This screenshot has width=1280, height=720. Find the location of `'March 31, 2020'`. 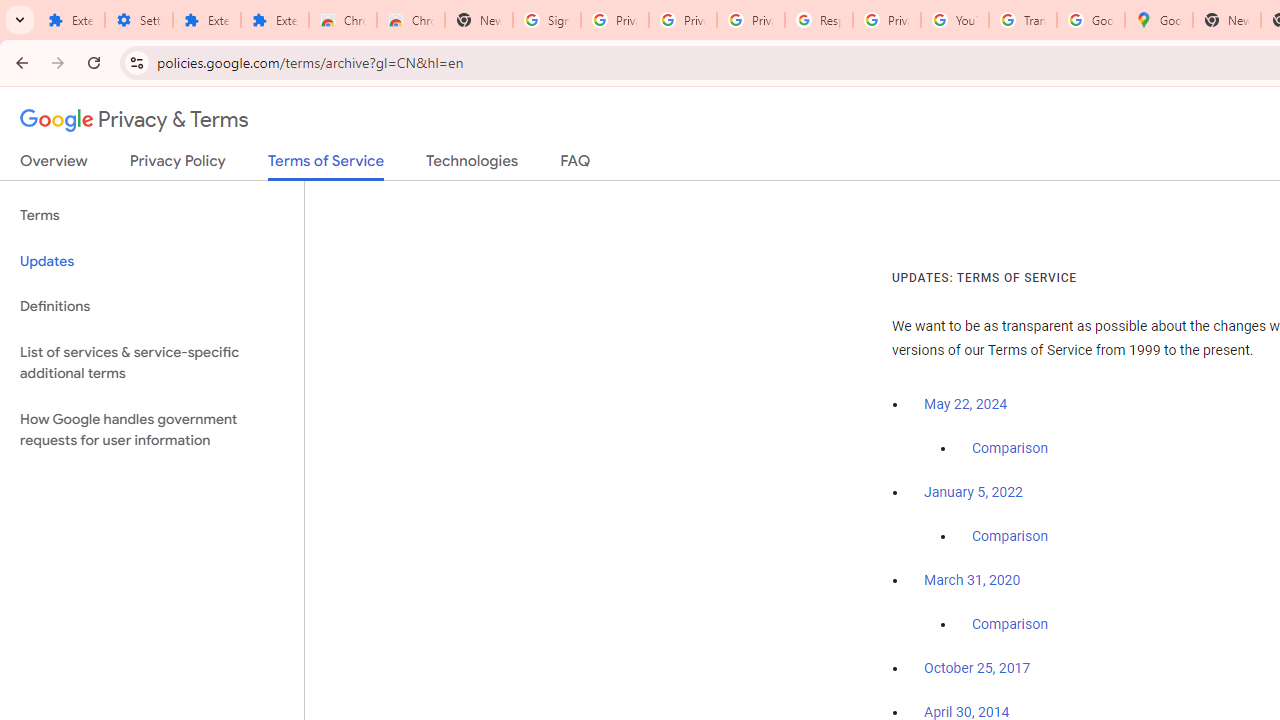

'March 31, 2020' is located at coordinates (972, 580).